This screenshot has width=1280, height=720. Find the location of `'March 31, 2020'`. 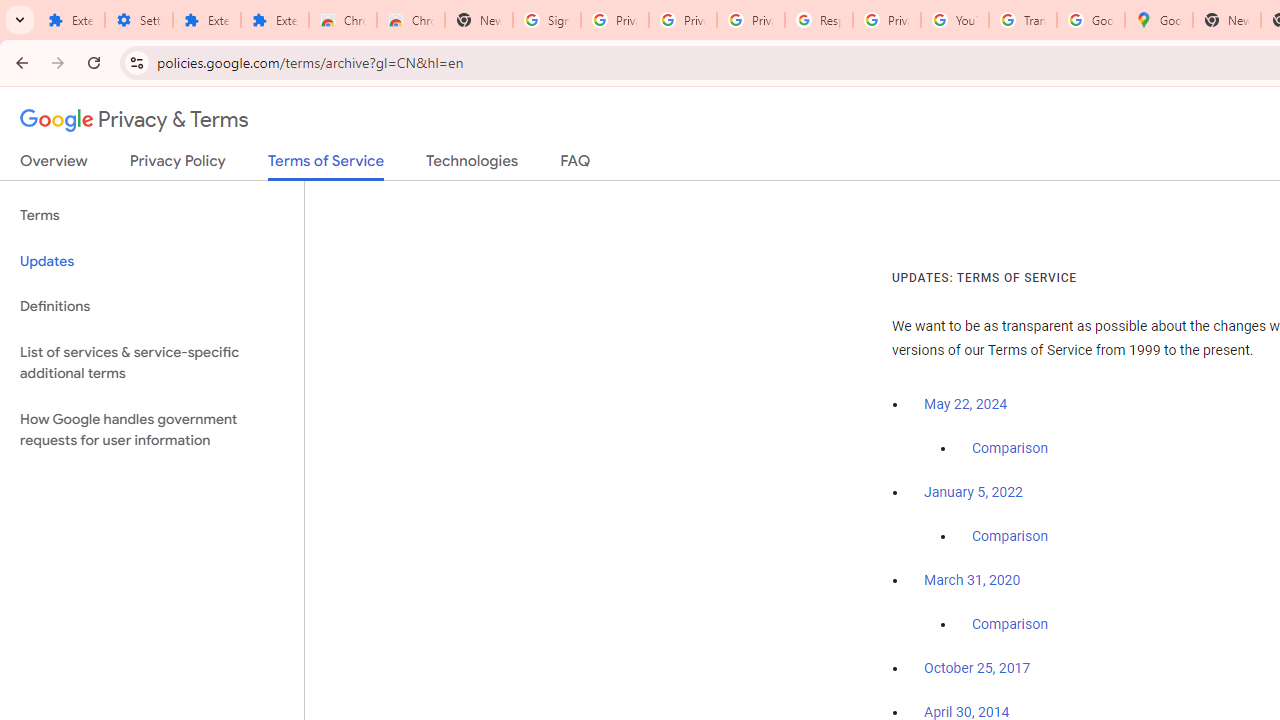

'March 31, 2020' is located at coordinates (972, 580).